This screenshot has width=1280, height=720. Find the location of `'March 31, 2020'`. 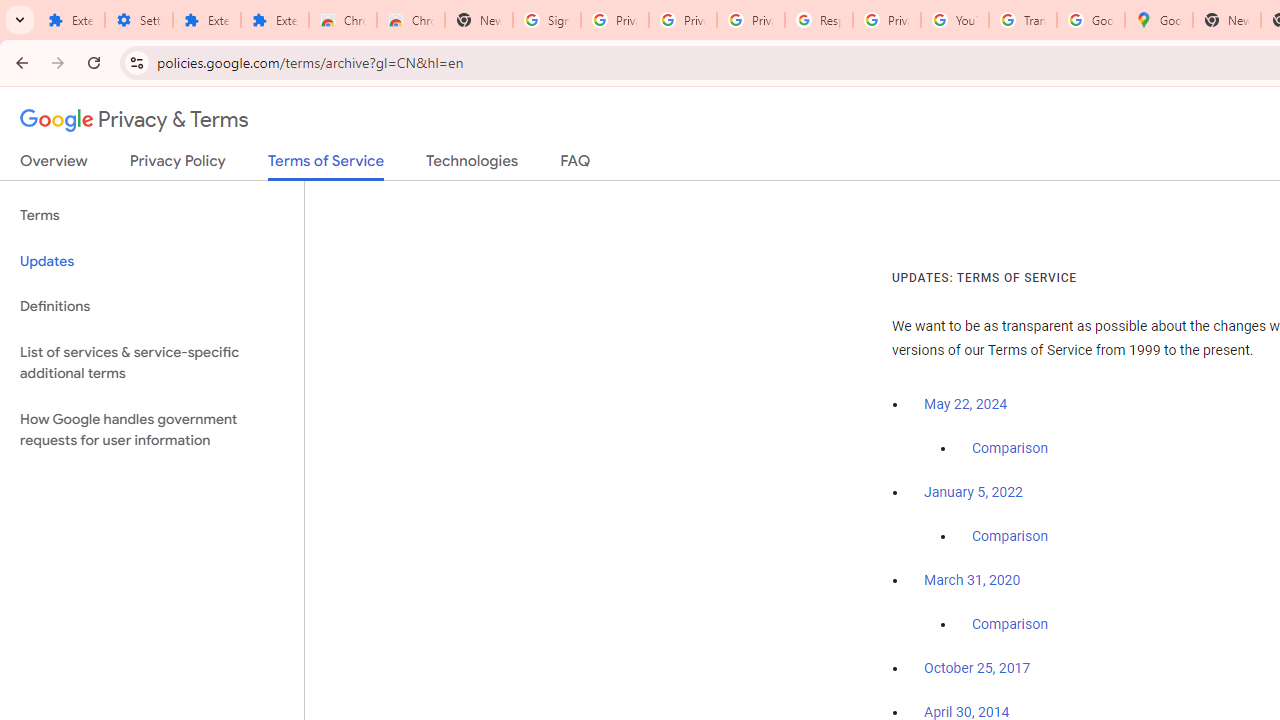

'March 31, 2020' is located at coordinates (972, 580).